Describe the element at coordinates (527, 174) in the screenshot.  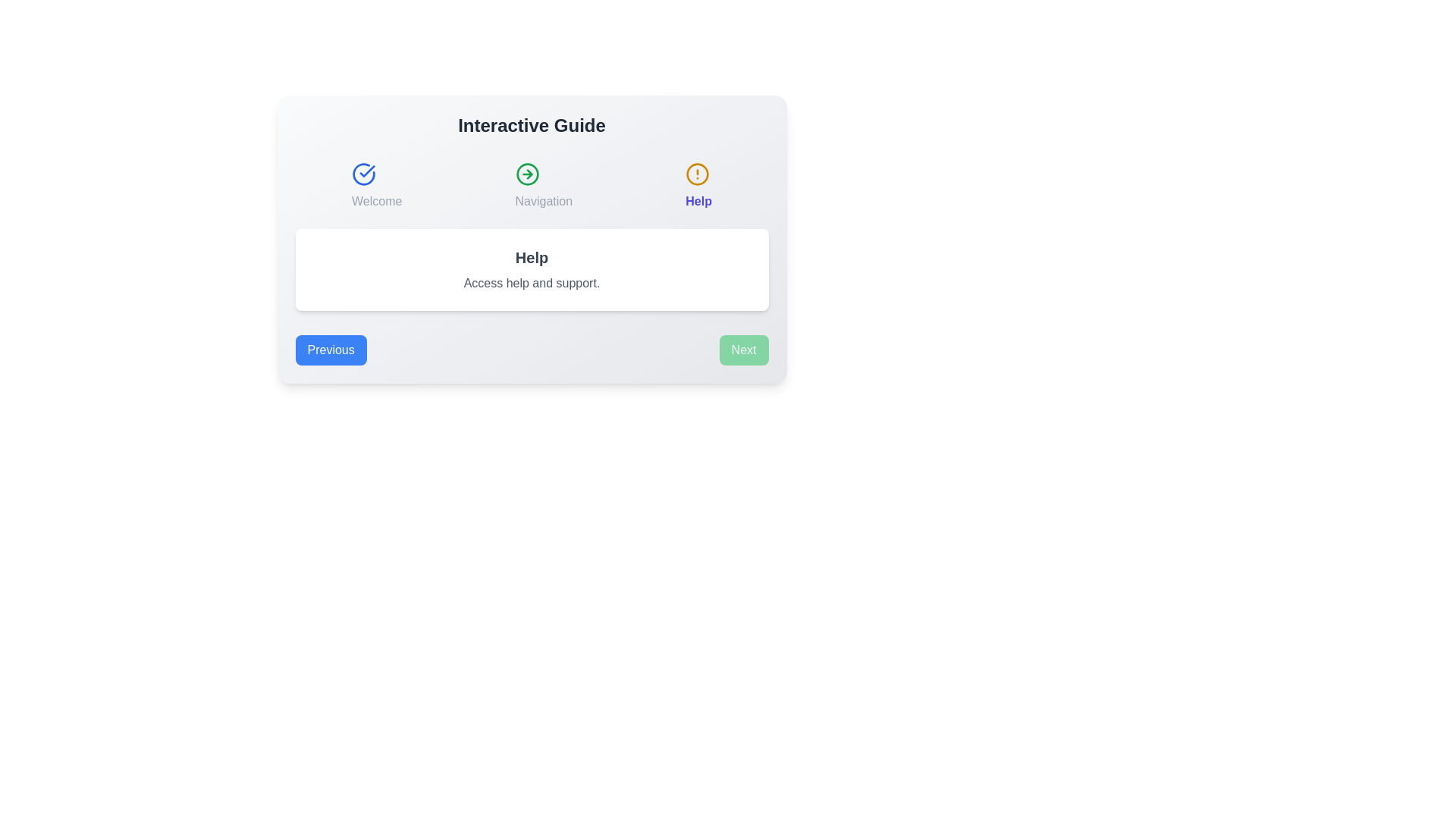
I see `the green circular navigation icon with a right-facing arrow at its center, located at the top of the interface` at that location.